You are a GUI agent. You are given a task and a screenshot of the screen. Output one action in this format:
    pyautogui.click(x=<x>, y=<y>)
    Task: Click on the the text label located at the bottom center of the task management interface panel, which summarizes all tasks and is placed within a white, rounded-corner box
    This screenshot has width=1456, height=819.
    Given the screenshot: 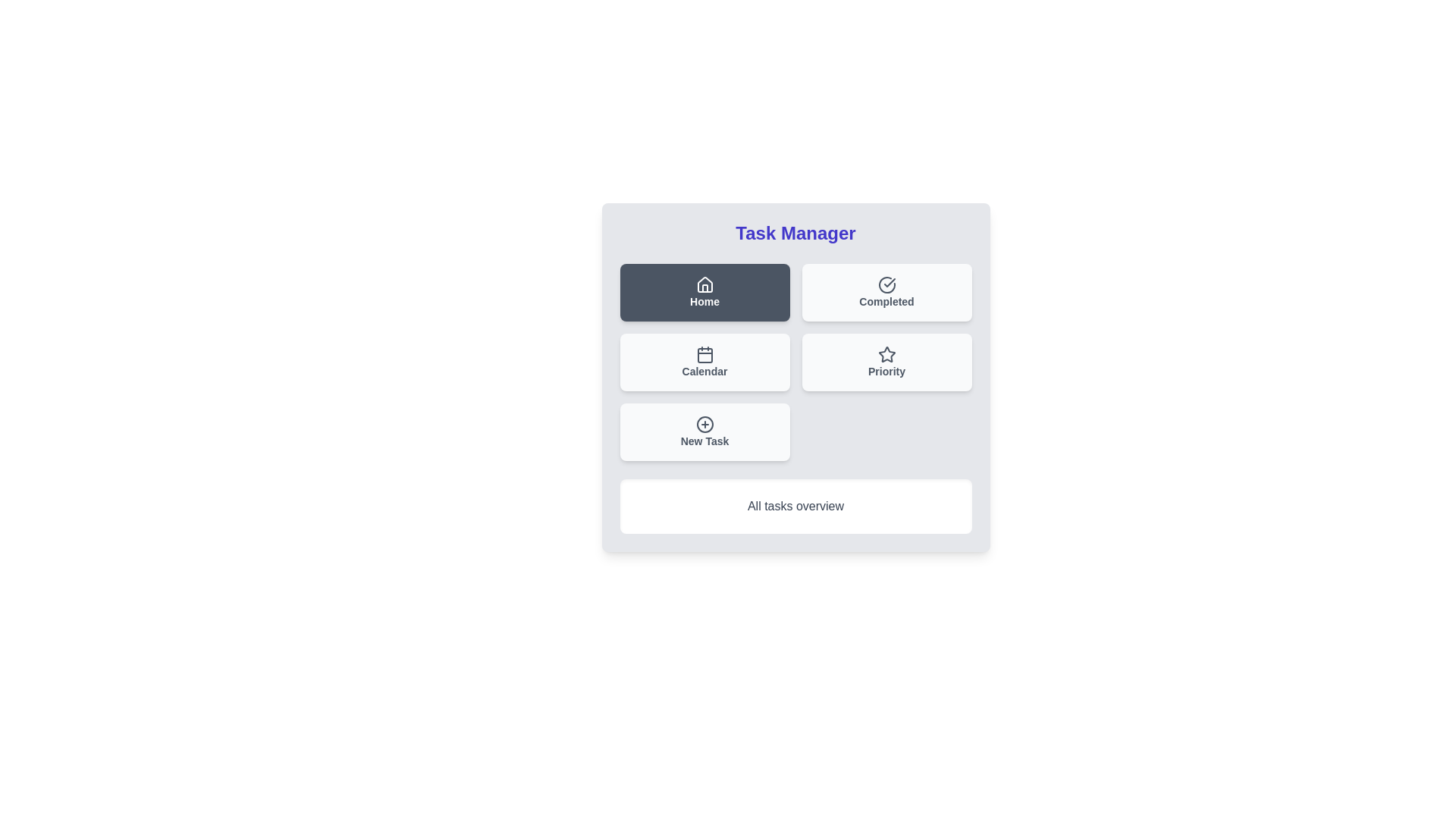 What is the action you would take?
    pyautogui.click(x=795, y=506)
    